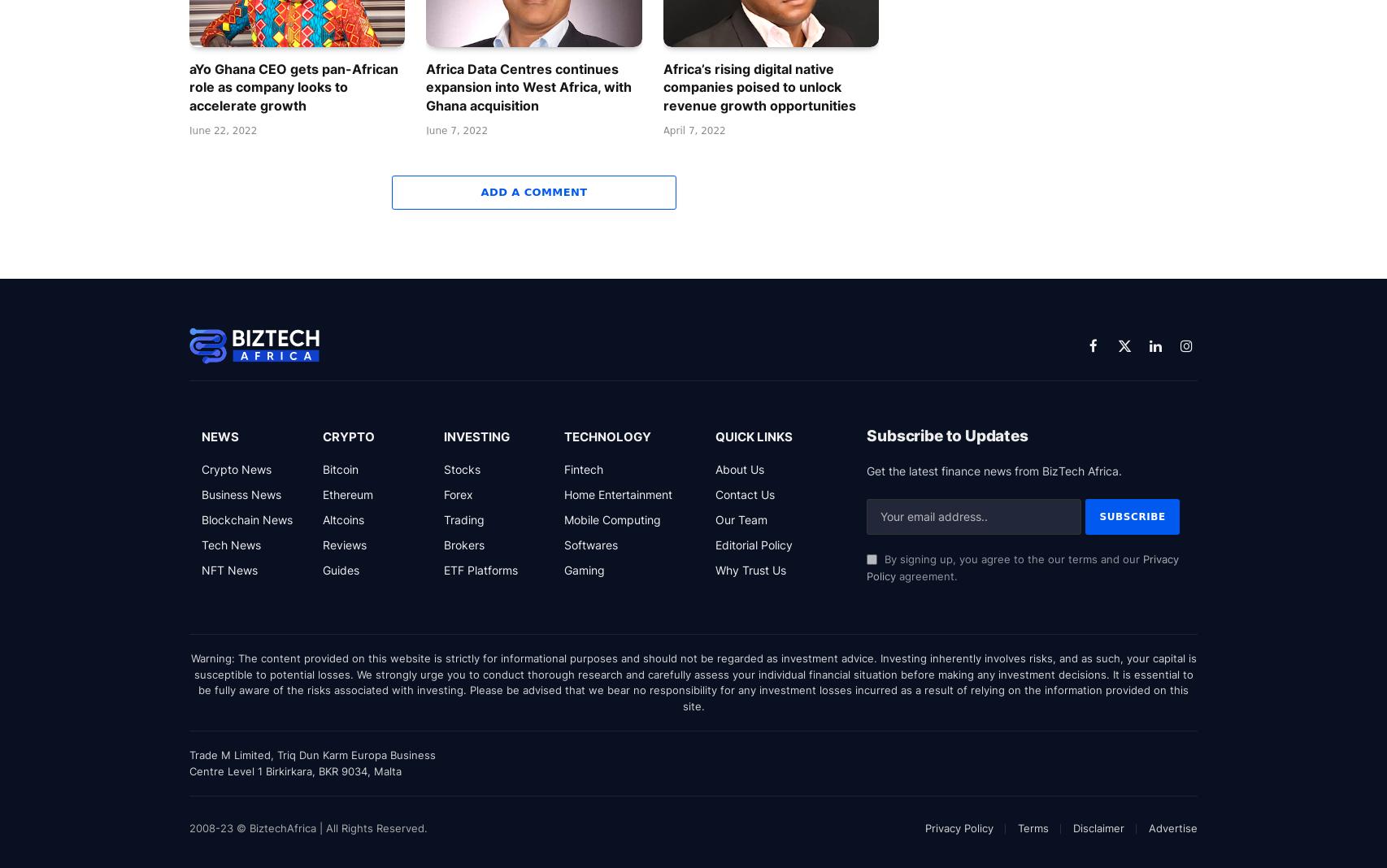  What do you see at coordinates (241, 493) in the screenshot?
I see `'Business News'` at bounding box center [241, 493].